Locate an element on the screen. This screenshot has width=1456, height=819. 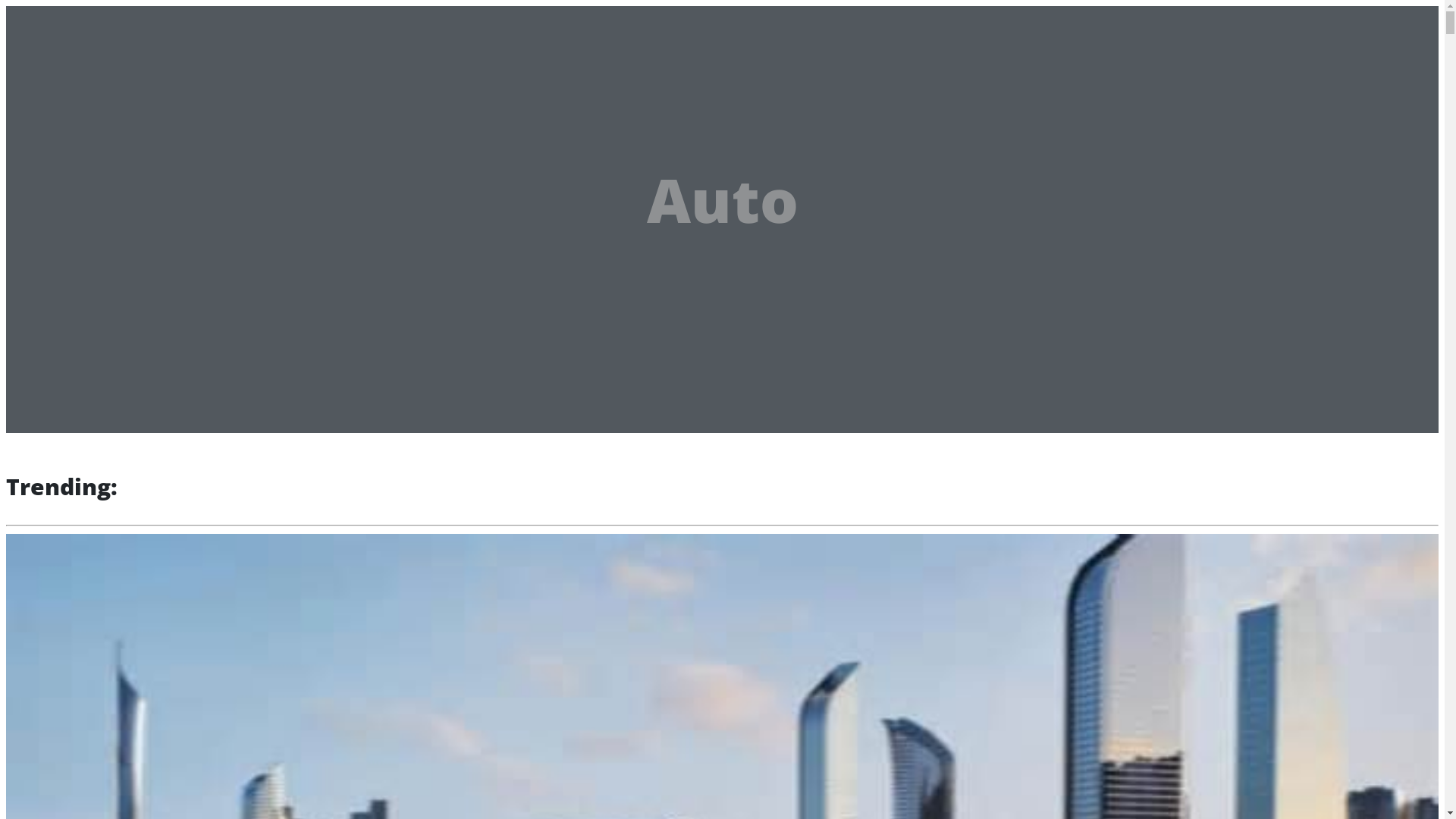
'SDFDSF32FSD' is located at coordinates (85, 87).